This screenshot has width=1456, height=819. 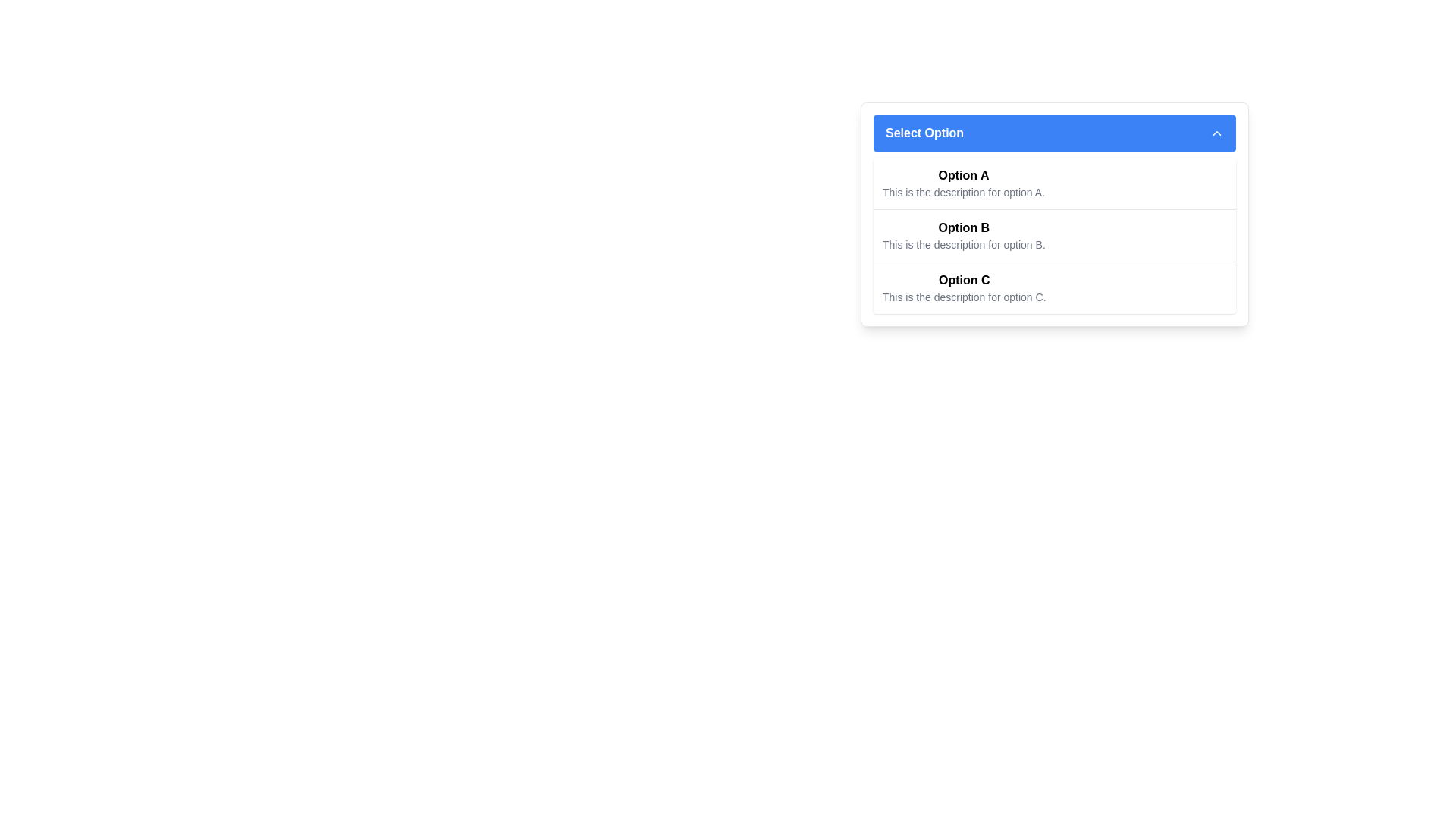 I want to click on supplementary information text located below the bold text 'Option C', which provides details about this option, so click(x=963, y=297).